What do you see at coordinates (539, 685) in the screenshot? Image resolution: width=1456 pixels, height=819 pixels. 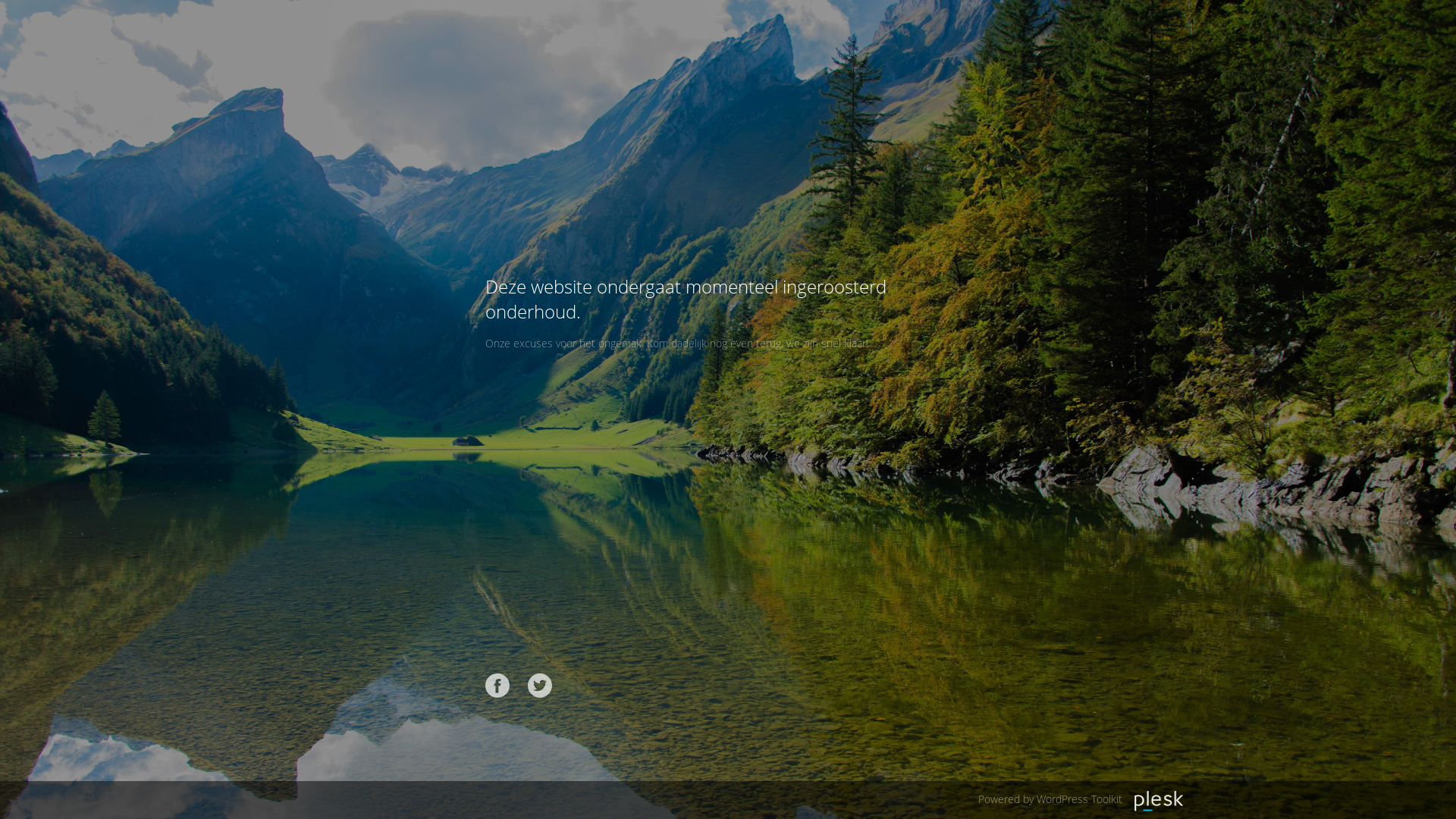 I see `'Twitter'` at bounding box center [539, 685].